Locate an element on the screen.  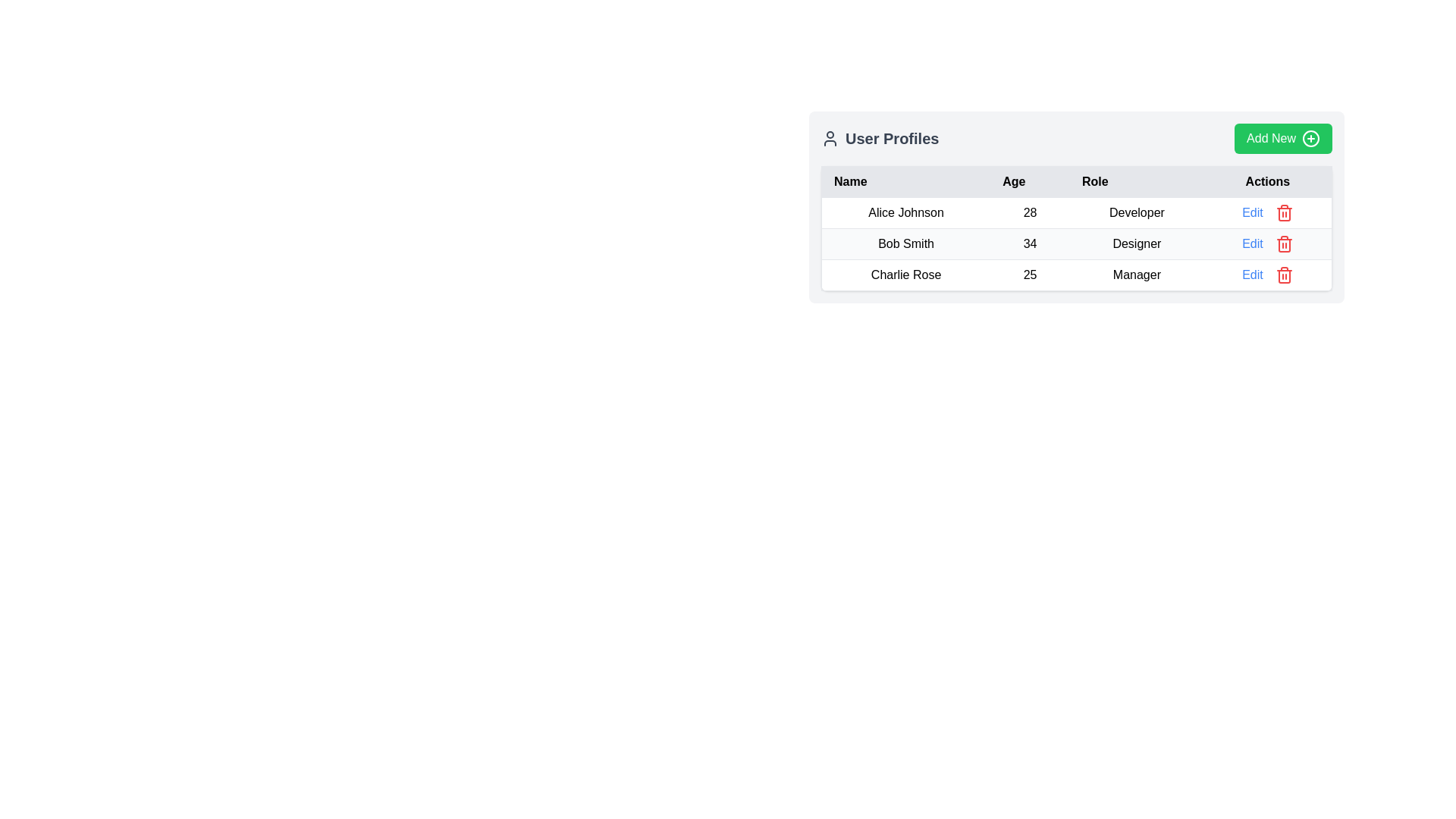
the Table Header Row located in the bordered and rounded table below the 'User Profiles' panel to sort by column labels is located at coordinates (1076, 180).